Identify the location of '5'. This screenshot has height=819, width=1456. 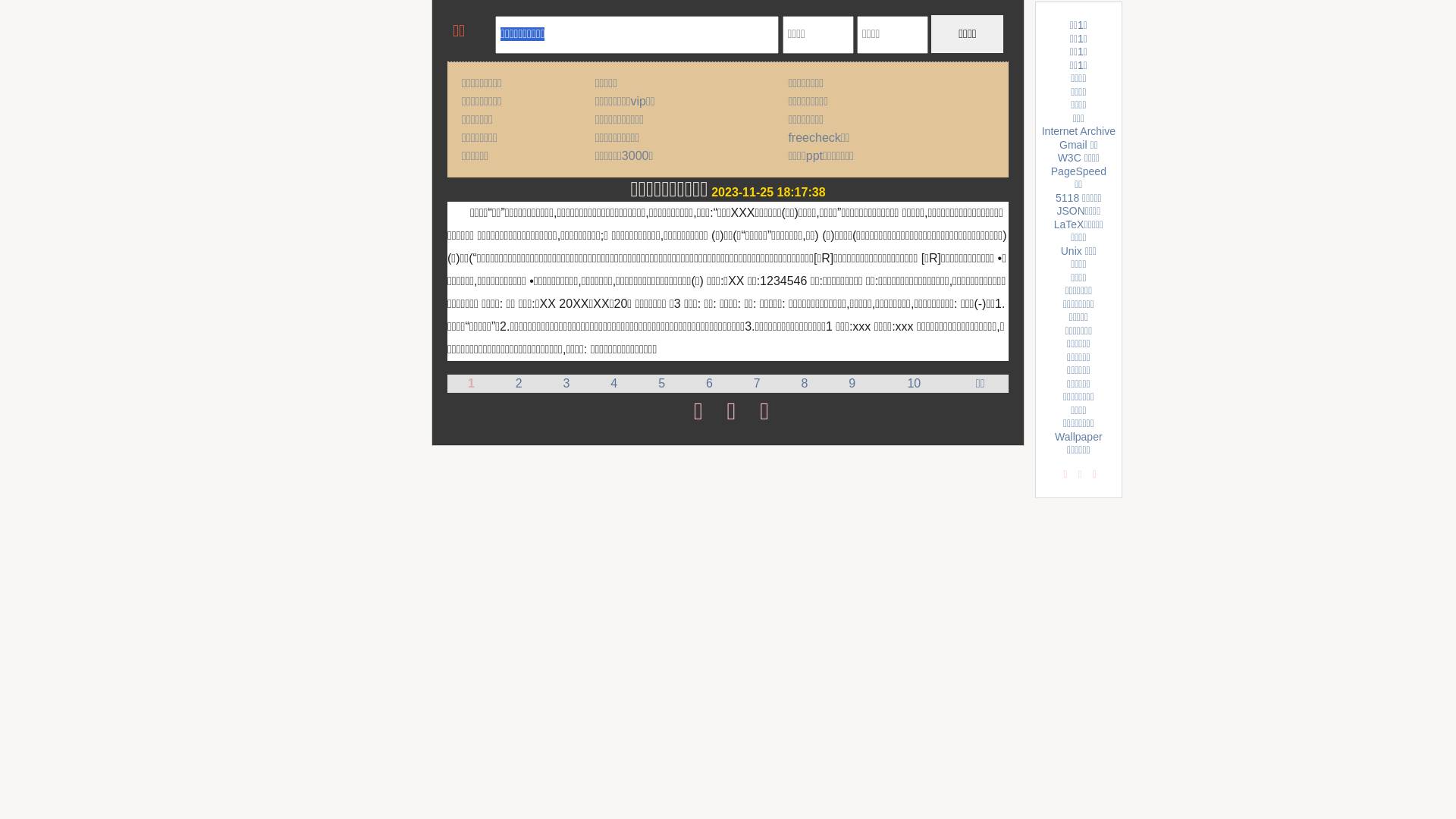
(658, 382).